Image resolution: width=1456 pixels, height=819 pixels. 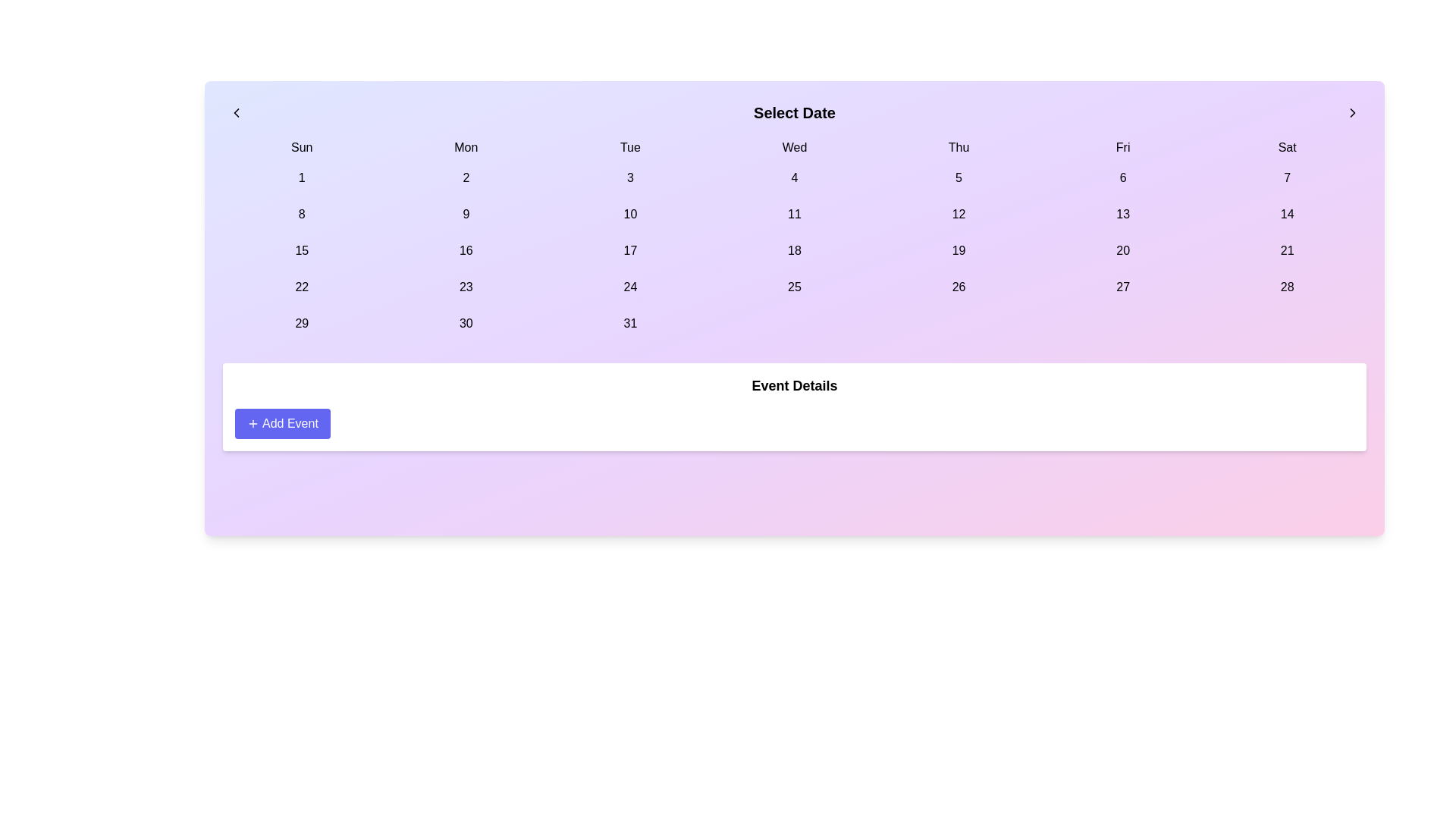 What do you see at coordinates (630, 287) in the screenshot?
I see `the calendar date displaying '24', which is located in the sixth column and fourth row of the calendar layout` at bounding box center [630, 287].